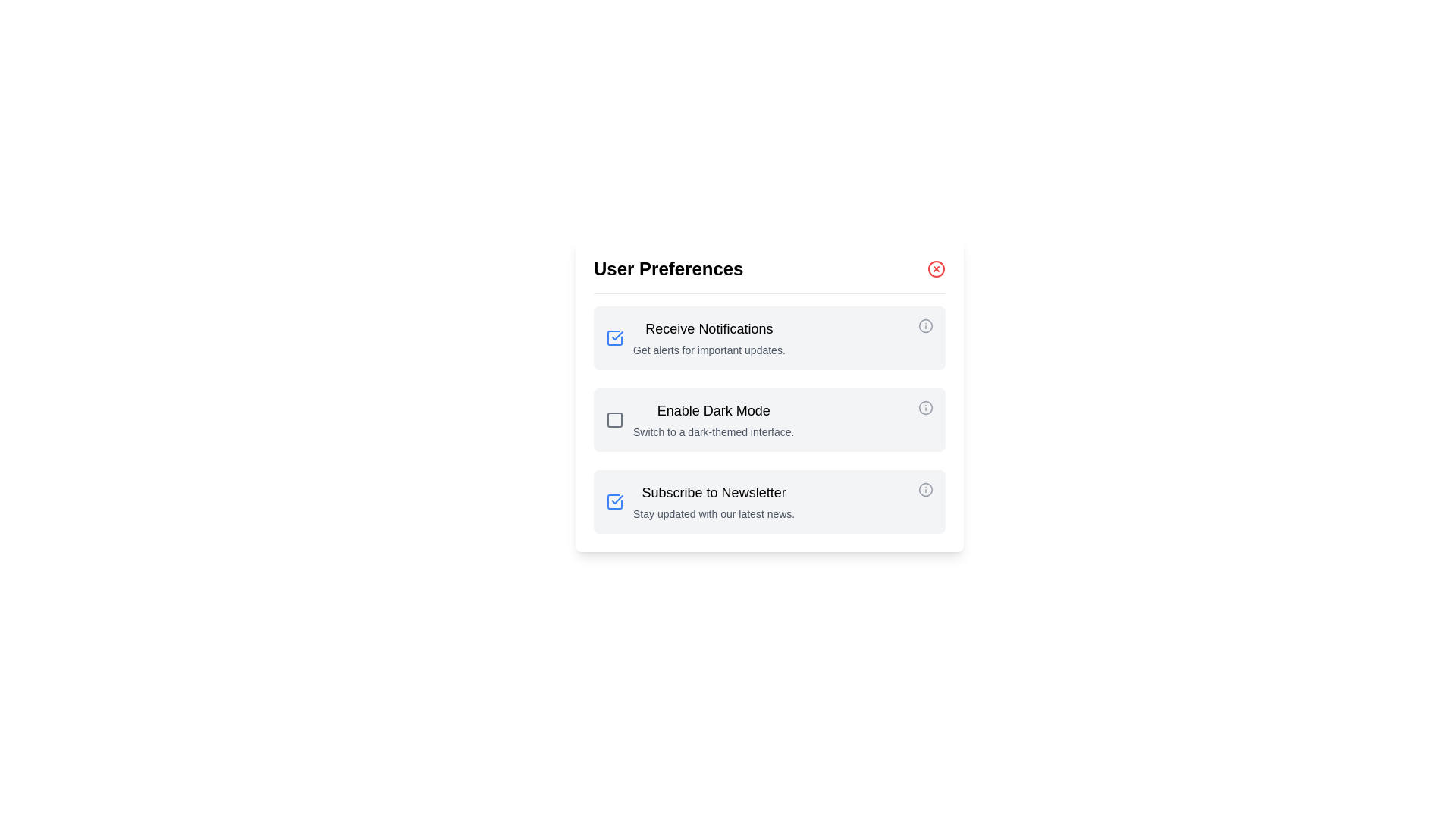 The width and height of the screenshot is (1456, 819). Describe the element at coordinates (615, 337) in the screenshot. I see `the blue checkbox indicating 'Receive Notifications' in the user preferences section` at that location.